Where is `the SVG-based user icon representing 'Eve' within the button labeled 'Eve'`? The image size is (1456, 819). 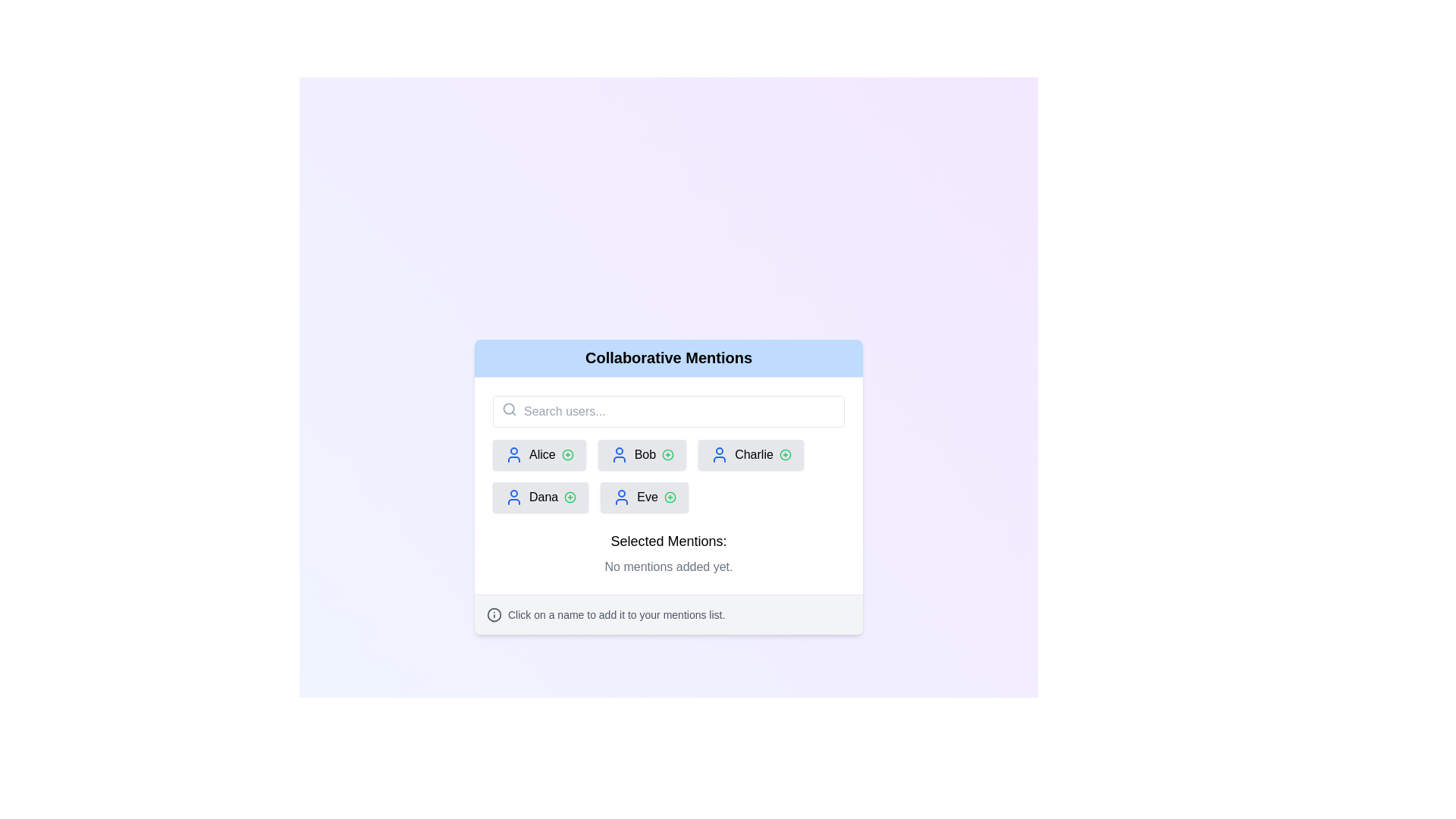 the SVG-based user icon representing 'Eve' within the button labeled 'Eve' is located at coordinates (622, 497).